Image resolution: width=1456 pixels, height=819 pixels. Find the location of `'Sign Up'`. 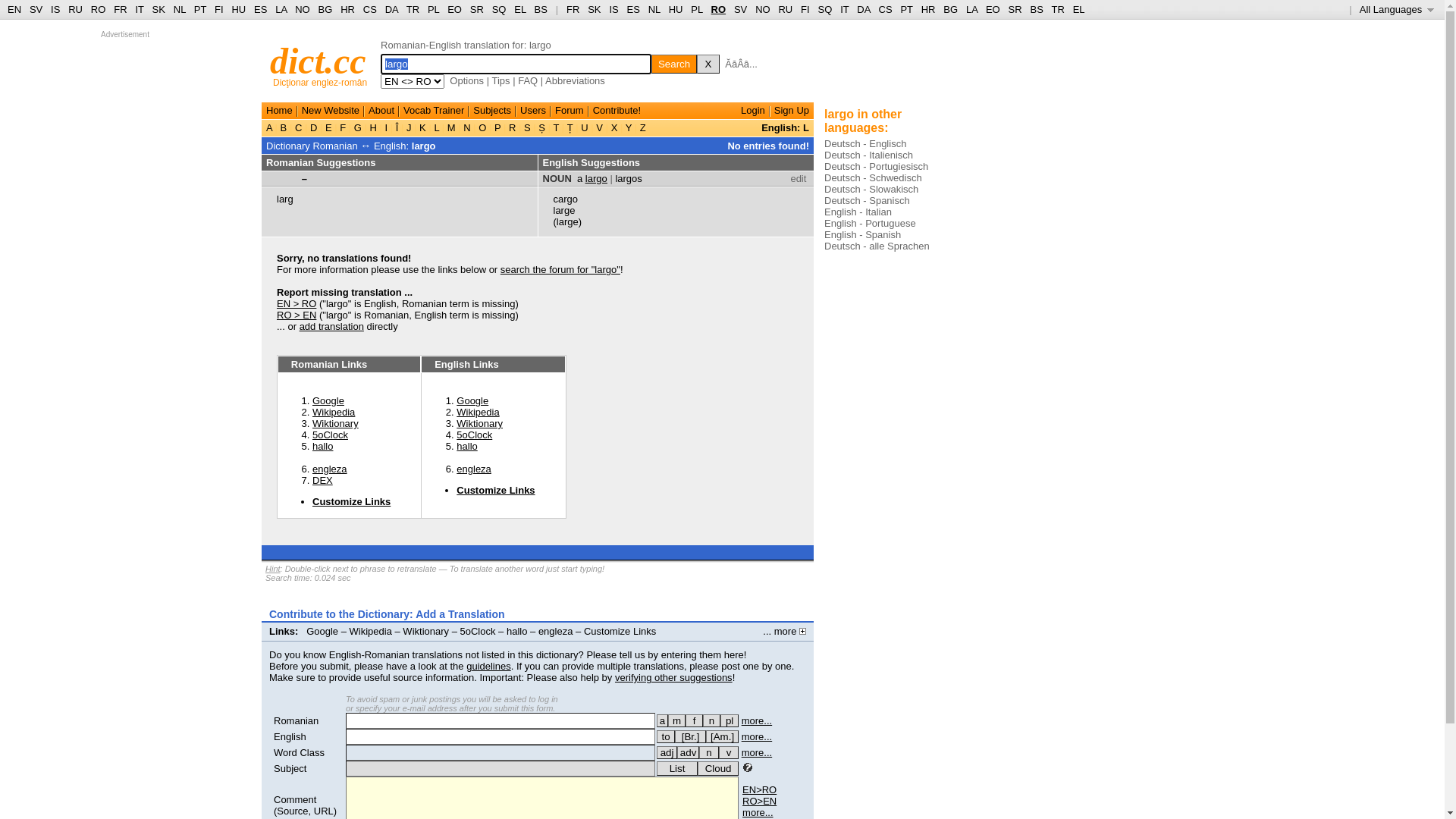

'Sign Up' is located at coordinates (774, 109).